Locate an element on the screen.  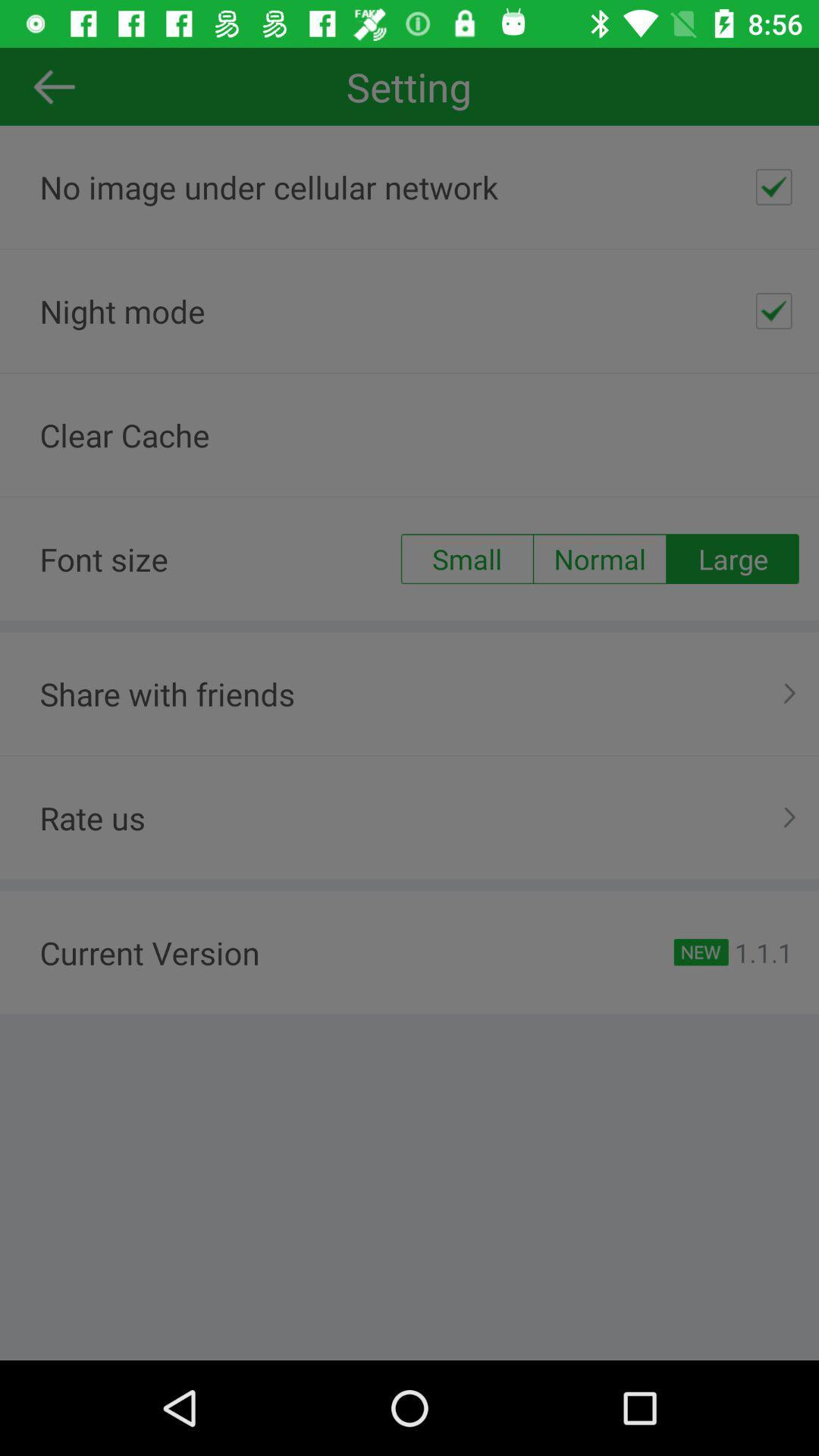
the normal radio button is located at coordinates (599, 558).